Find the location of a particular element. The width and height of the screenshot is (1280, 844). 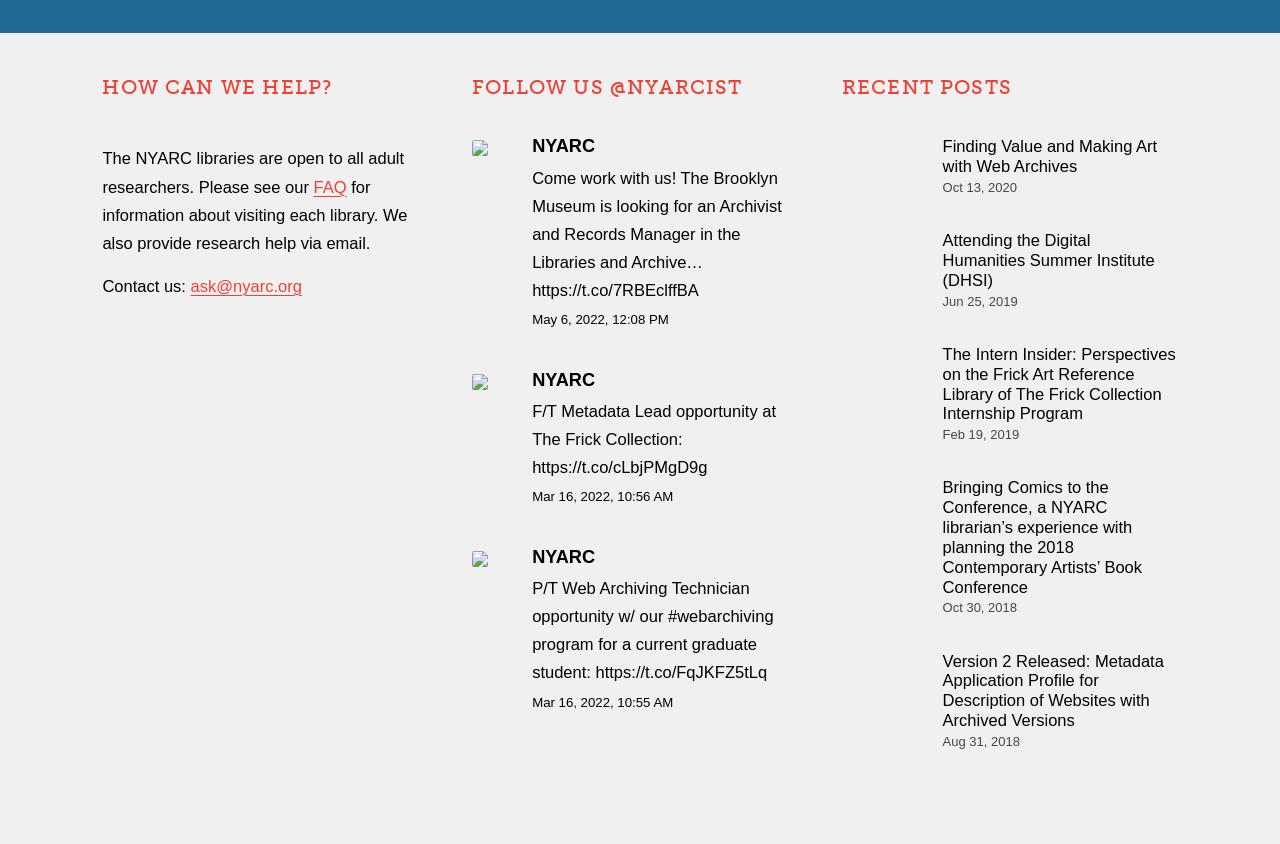

'program for a current graduate student:' is located at coordinates (644, 657).